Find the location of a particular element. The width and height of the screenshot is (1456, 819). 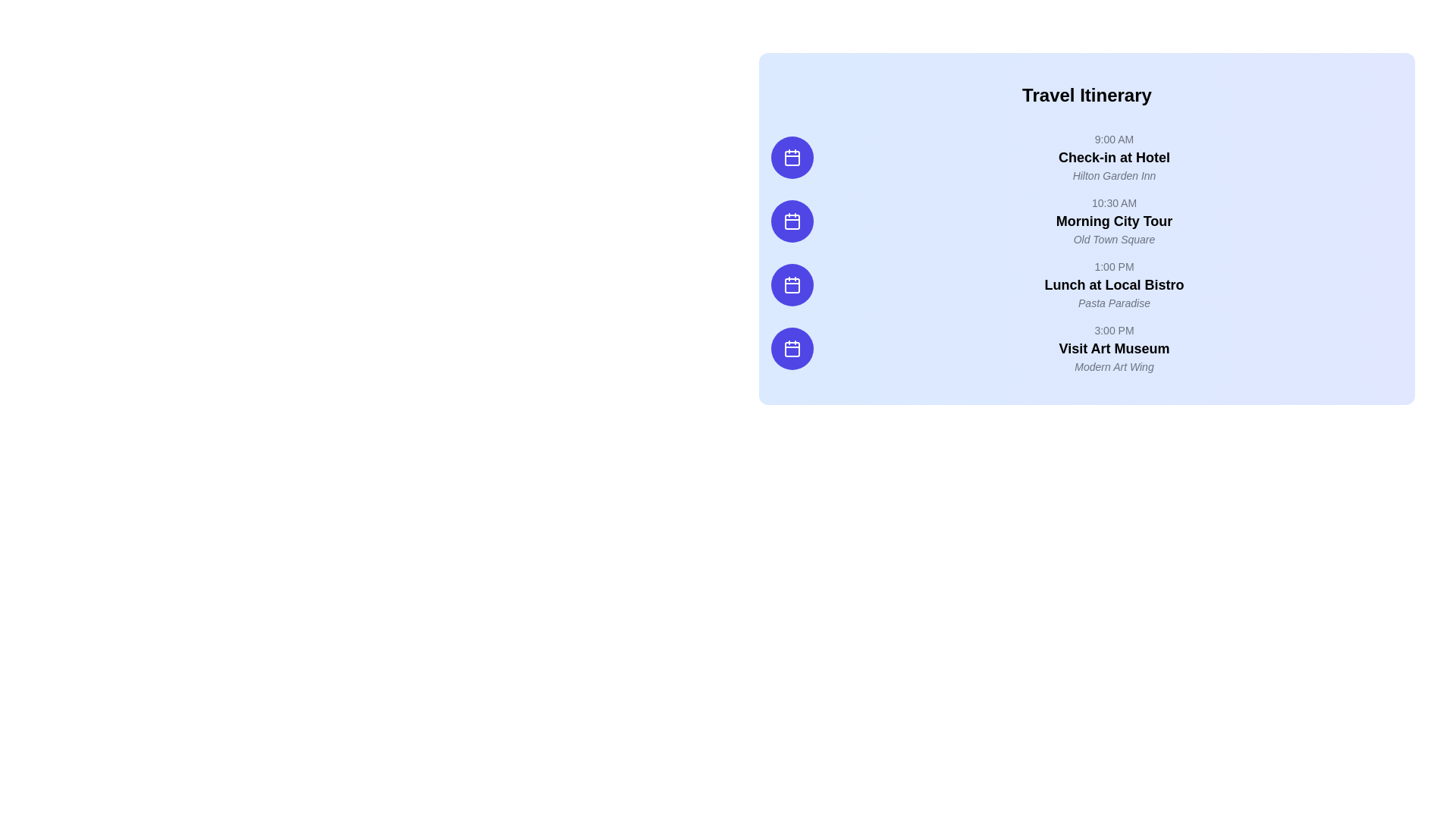

text label indicating the time for the 'Lunch at Local Bistro' activity, which is located in the third time slot of the itinerary list is located at coordinates (1114, 265).